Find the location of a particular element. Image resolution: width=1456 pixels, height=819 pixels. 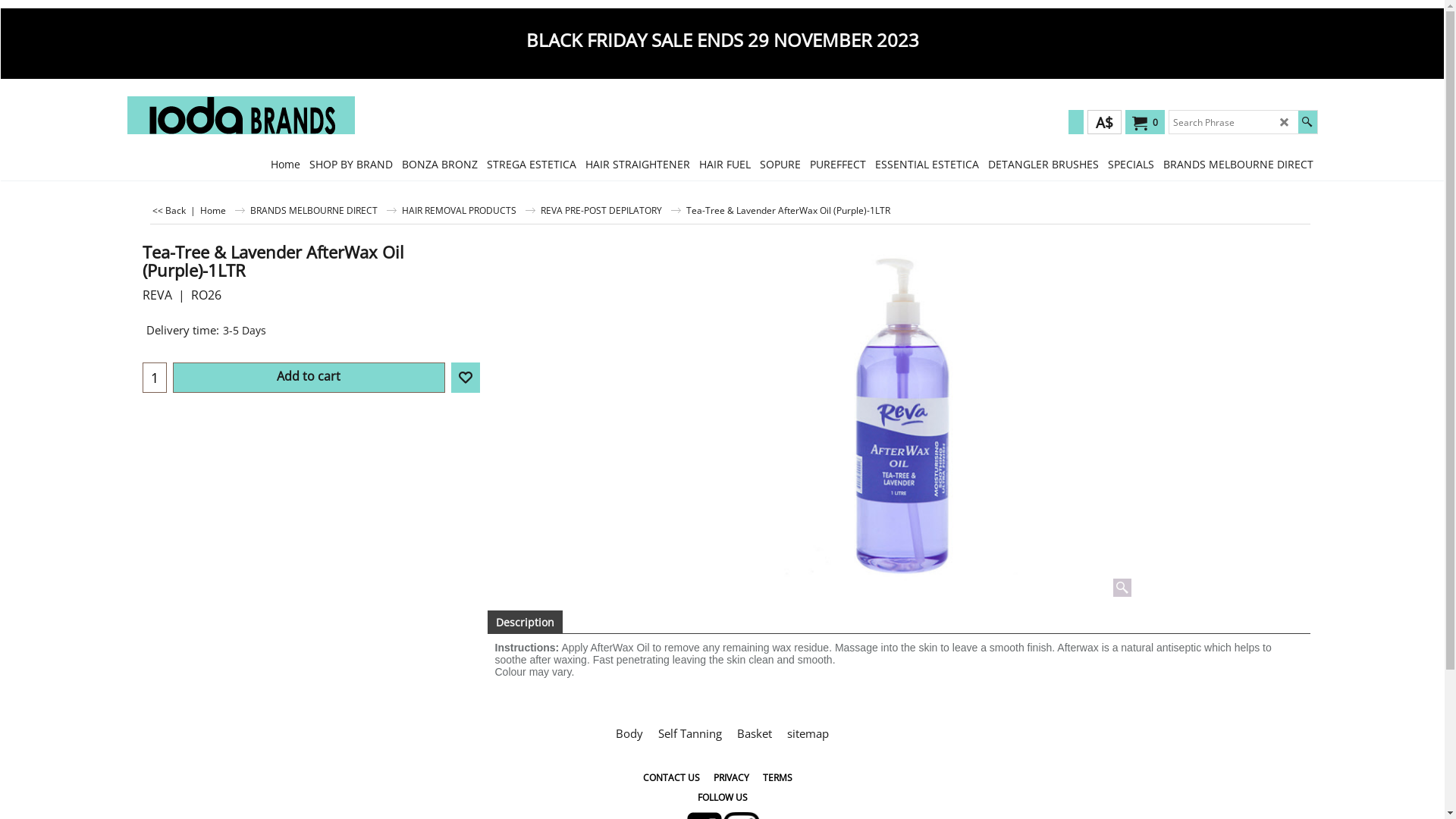

'Basket' is located at coordinates (729, 733).